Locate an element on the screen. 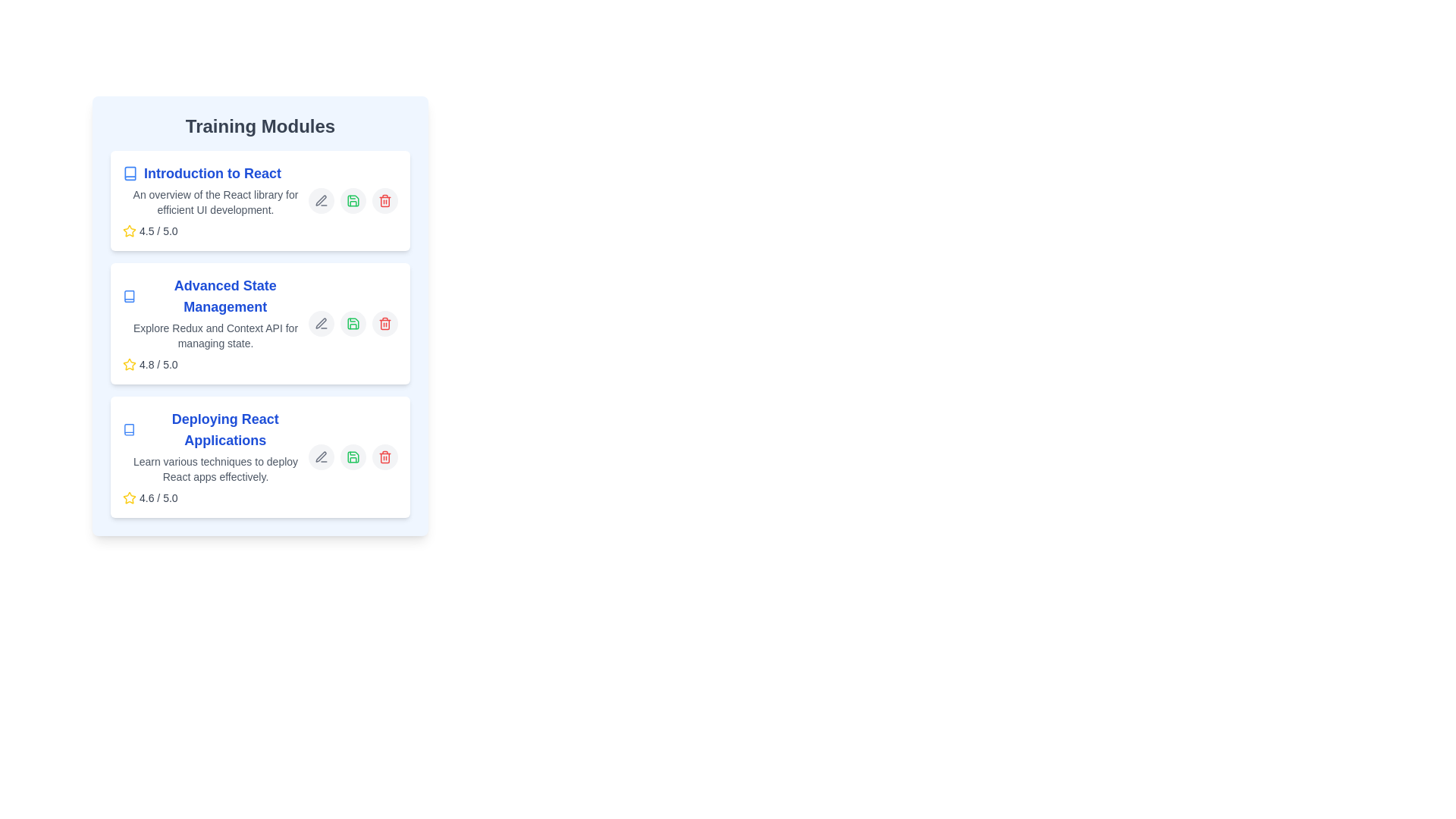 This screenshot has width=1456, height=819. the primary description text located directly beneath the 'Deploying React Applications' title in the list card, which provides a summary of the topic is located at coordinates (215, 468).